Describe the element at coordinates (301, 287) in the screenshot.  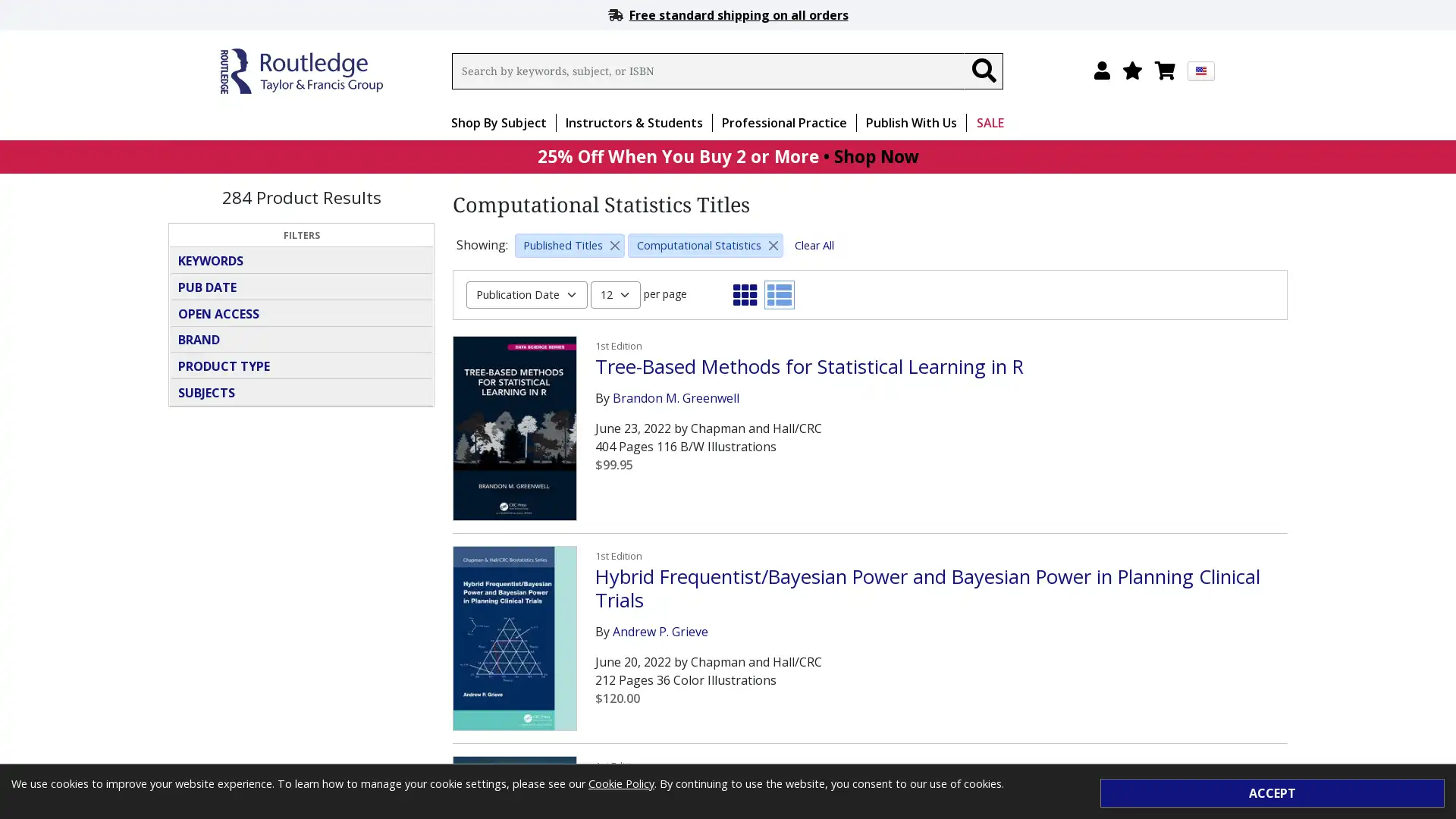
I see `PUB DATE` at that location.